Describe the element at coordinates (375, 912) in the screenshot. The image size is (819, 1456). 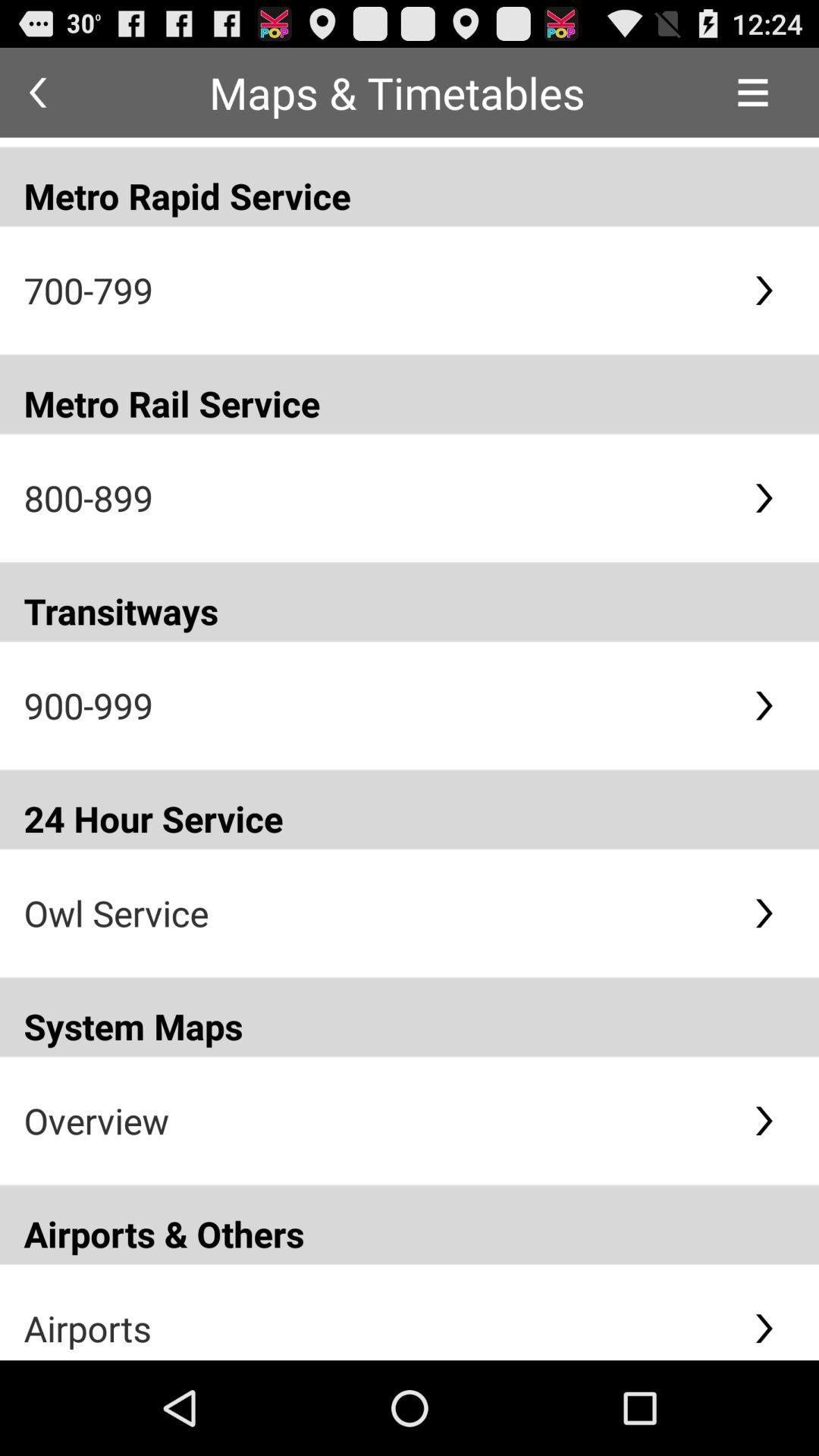
I see `item below the 24 hour service item` at that location.